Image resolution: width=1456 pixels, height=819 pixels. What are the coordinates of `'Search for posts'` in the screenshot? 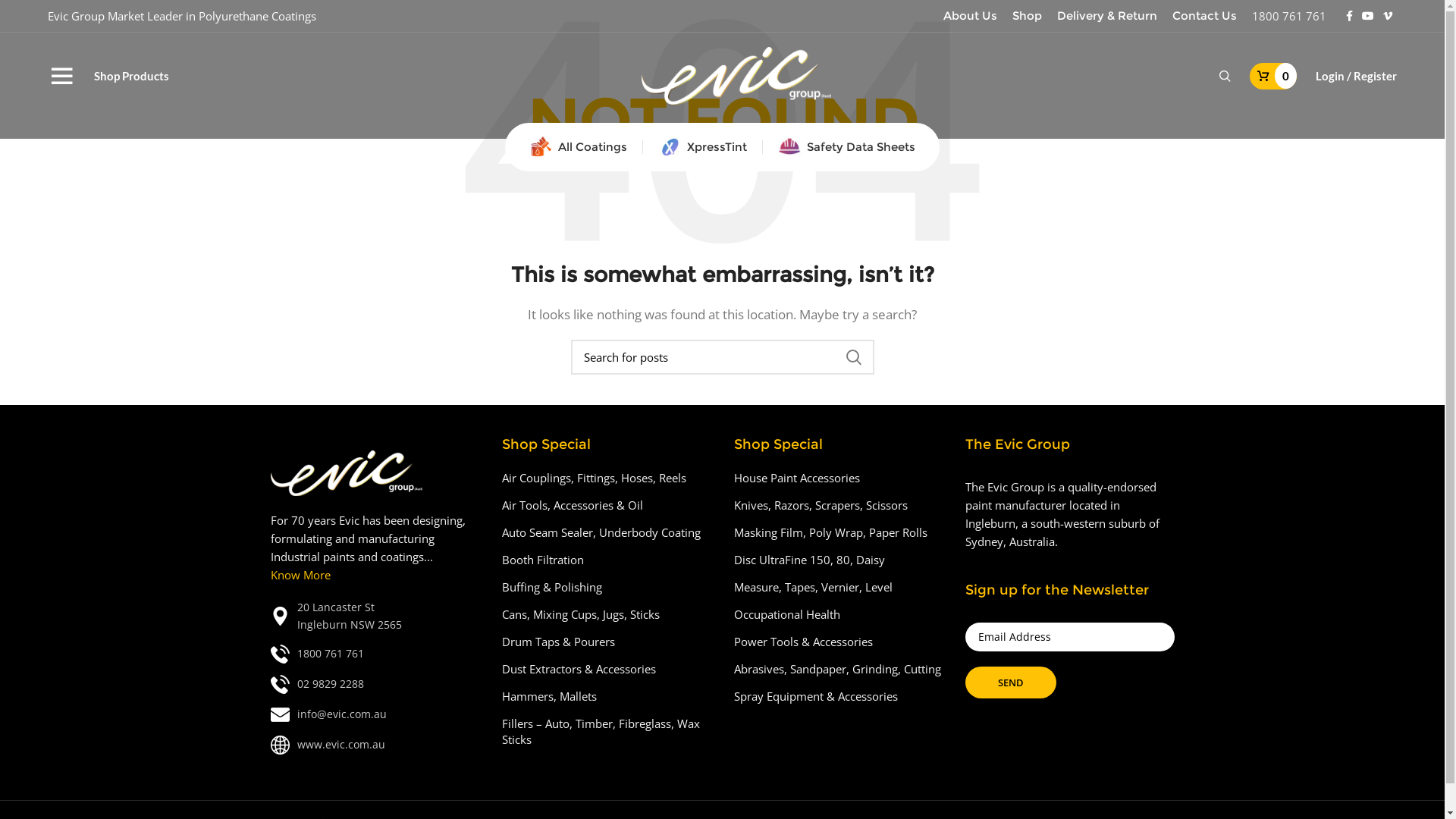 It's located at (570, 356).